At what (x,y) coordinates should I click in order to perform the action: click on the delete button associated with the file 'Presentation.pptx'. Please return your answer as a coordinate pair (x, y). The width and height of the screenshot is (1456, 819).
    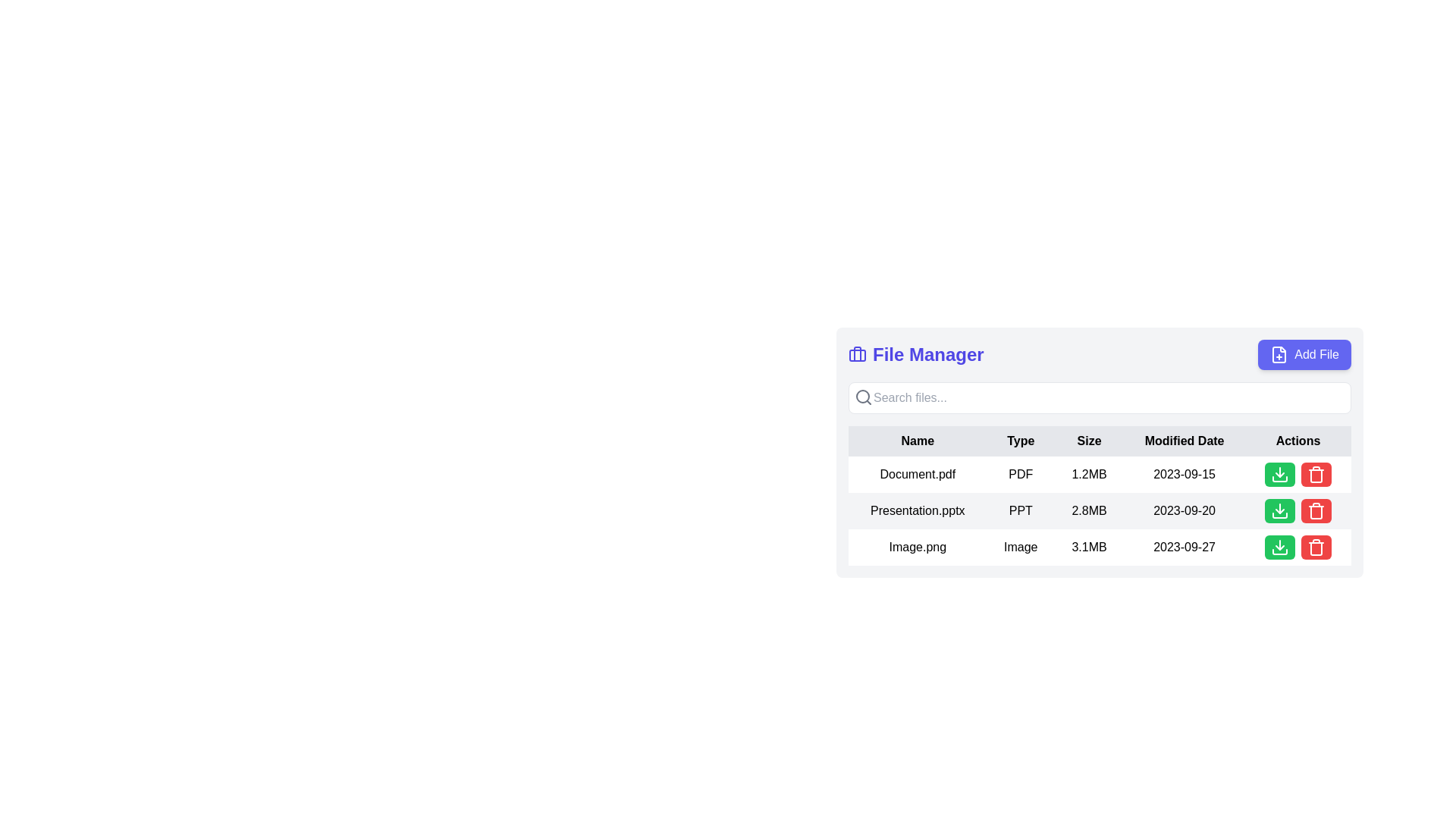
    Looking at the image, I should click on (1316, 511).